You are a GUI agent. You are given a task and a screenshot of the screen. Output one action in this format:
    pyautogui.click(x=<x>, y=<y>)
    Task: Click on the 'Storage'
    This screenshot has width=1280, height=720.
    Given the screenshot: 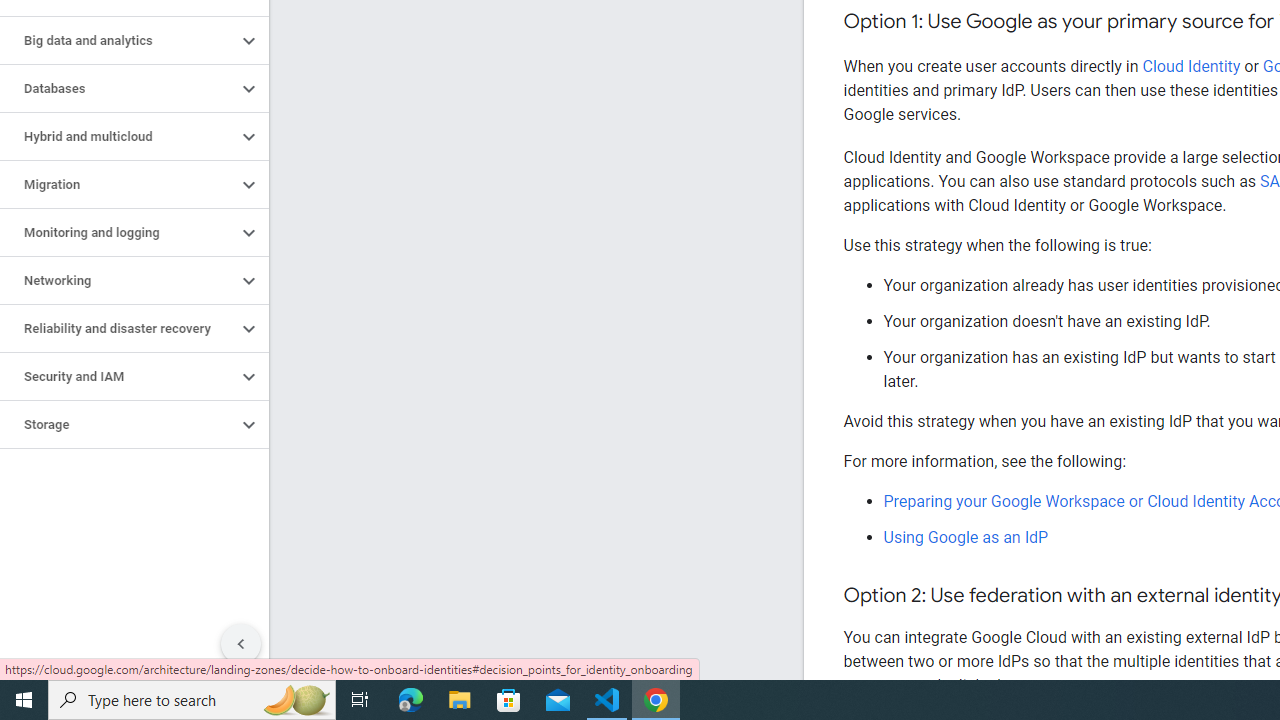 What is the action you would take?
    pyautogui.click(x=117, y=424)
    